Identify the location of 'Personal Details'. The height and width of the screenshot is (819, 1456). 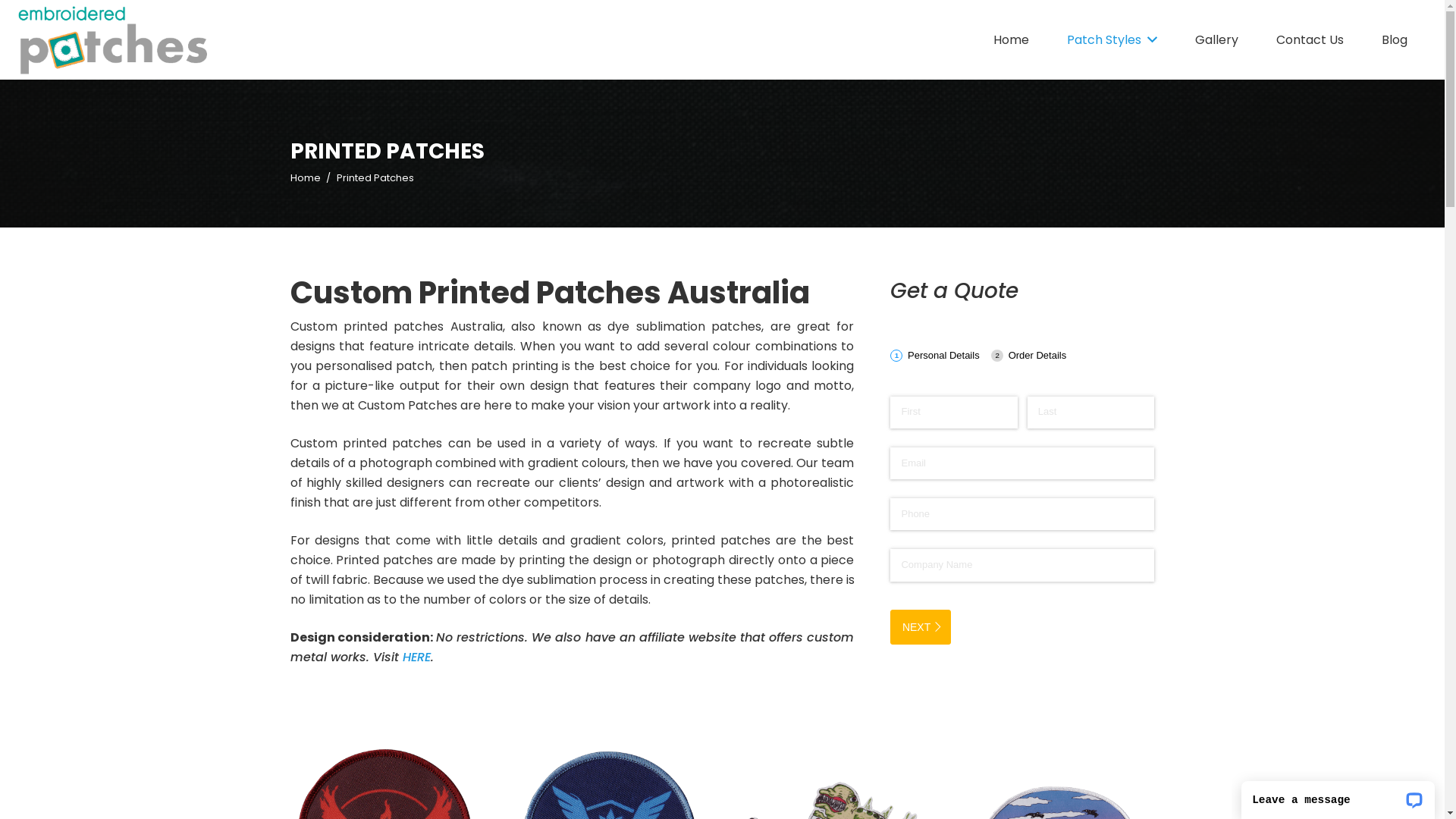
(938, 355).